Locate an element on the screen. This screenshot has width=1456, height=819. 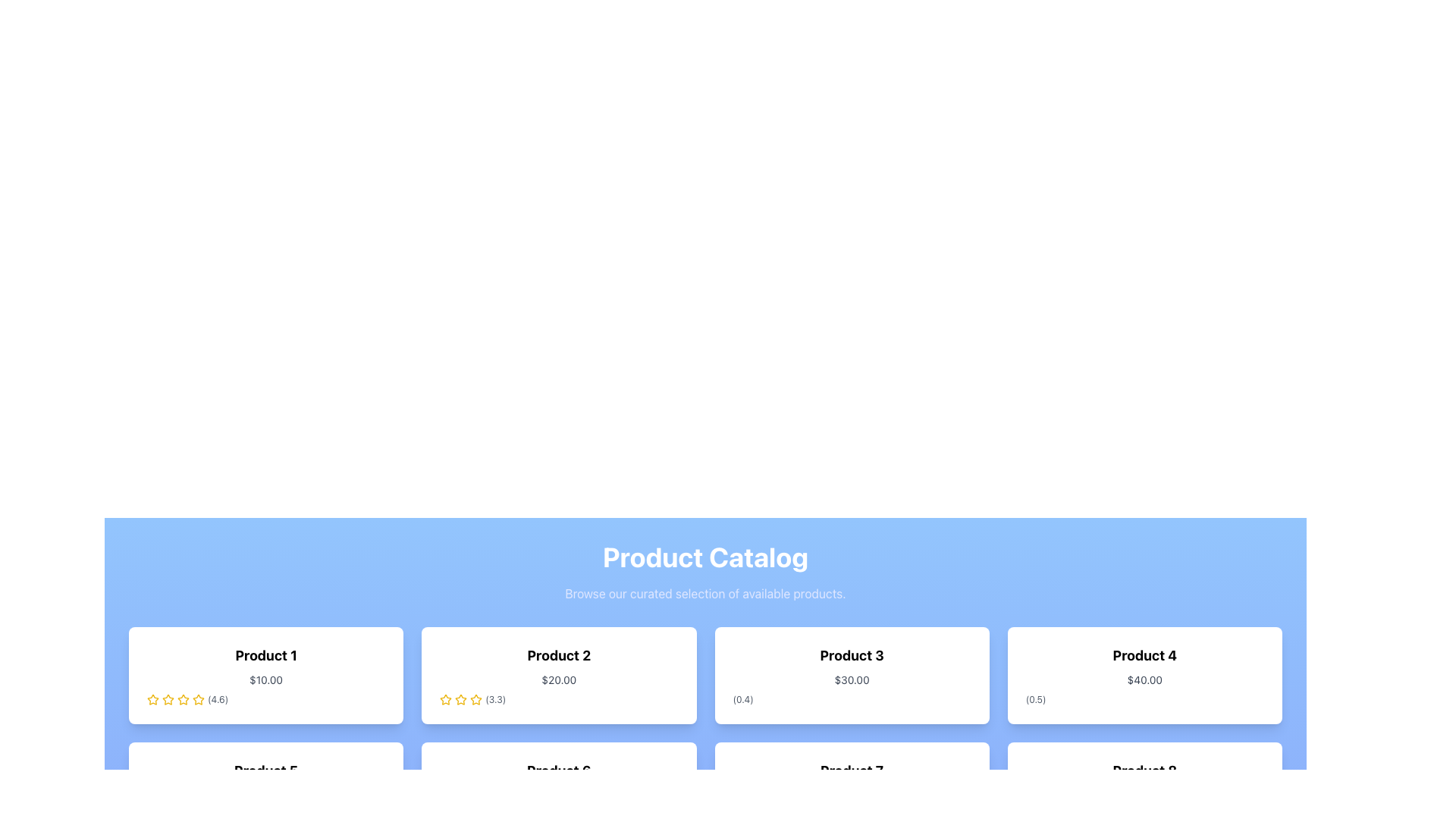
the fourth hollow star-shaped SVG icon with a yellow outline in the product rating of 'Product 2' is located at coordinates (475, 699).